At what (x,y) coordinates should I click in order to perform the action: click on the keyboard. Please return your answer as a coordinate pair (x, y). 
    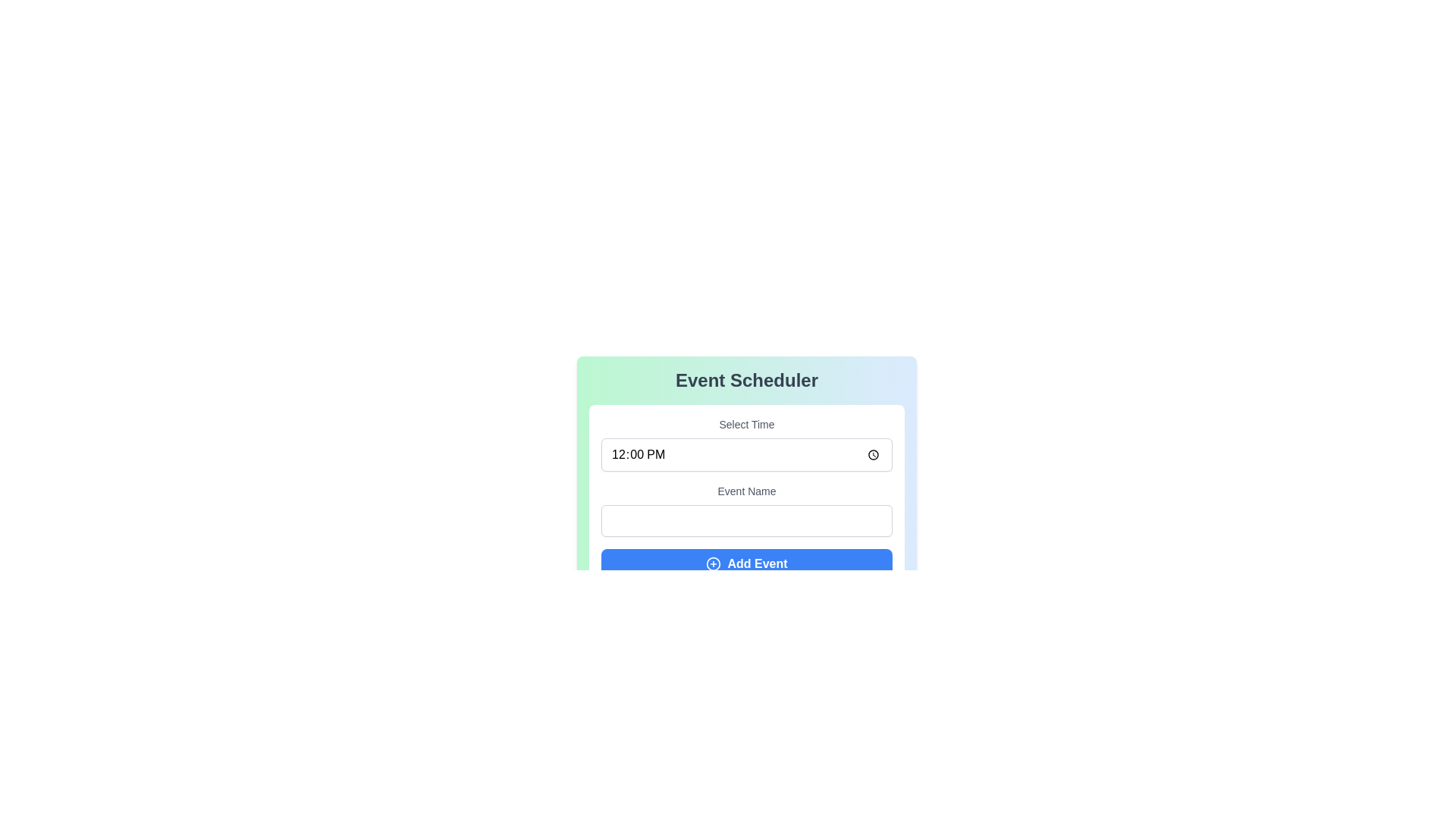
    Looking at the image, I should click on (746, 454).